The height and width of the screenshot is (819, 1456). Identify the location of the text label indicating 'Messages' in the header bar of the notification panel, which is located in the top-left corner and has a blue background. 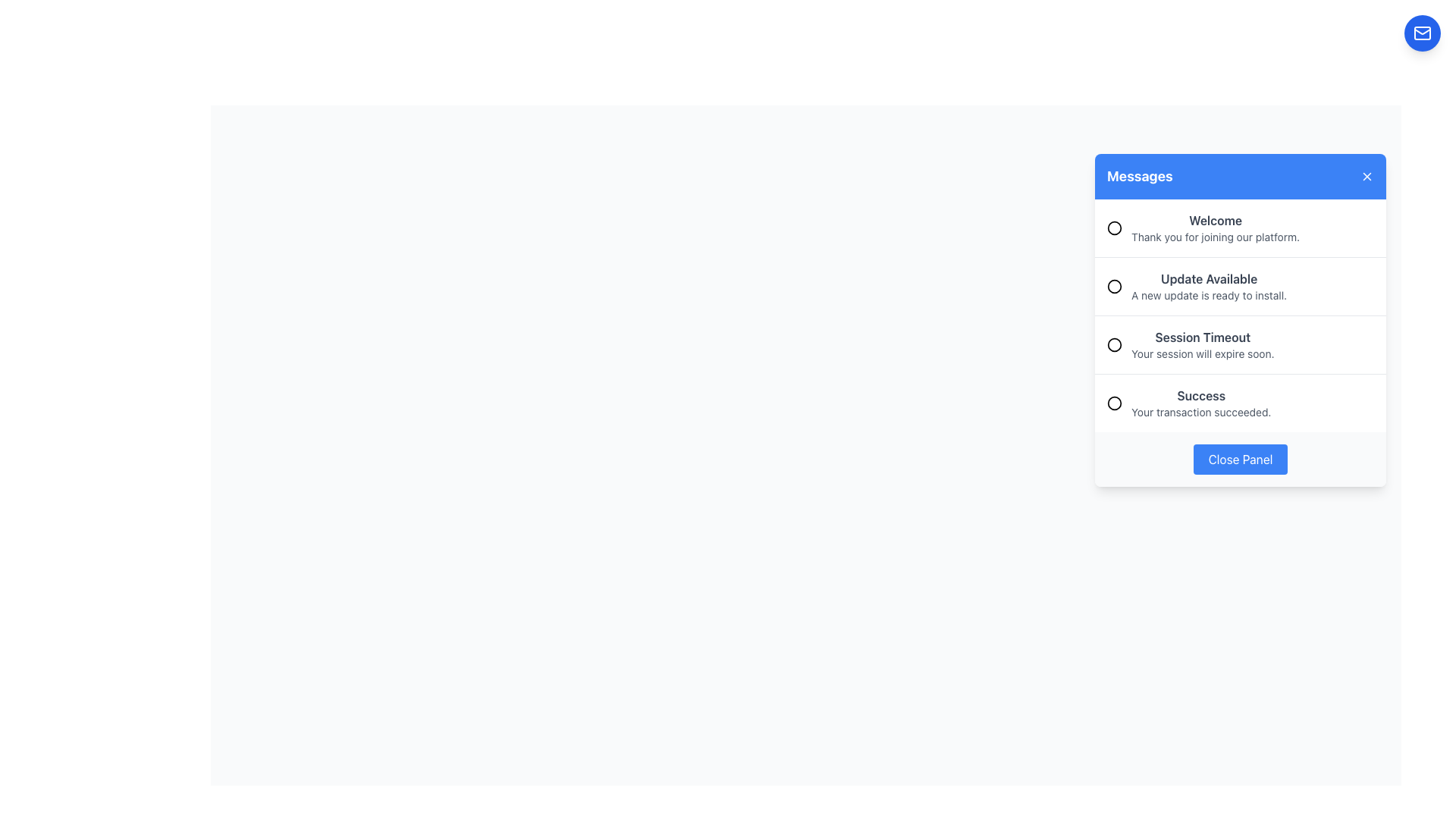
(1140, 175).